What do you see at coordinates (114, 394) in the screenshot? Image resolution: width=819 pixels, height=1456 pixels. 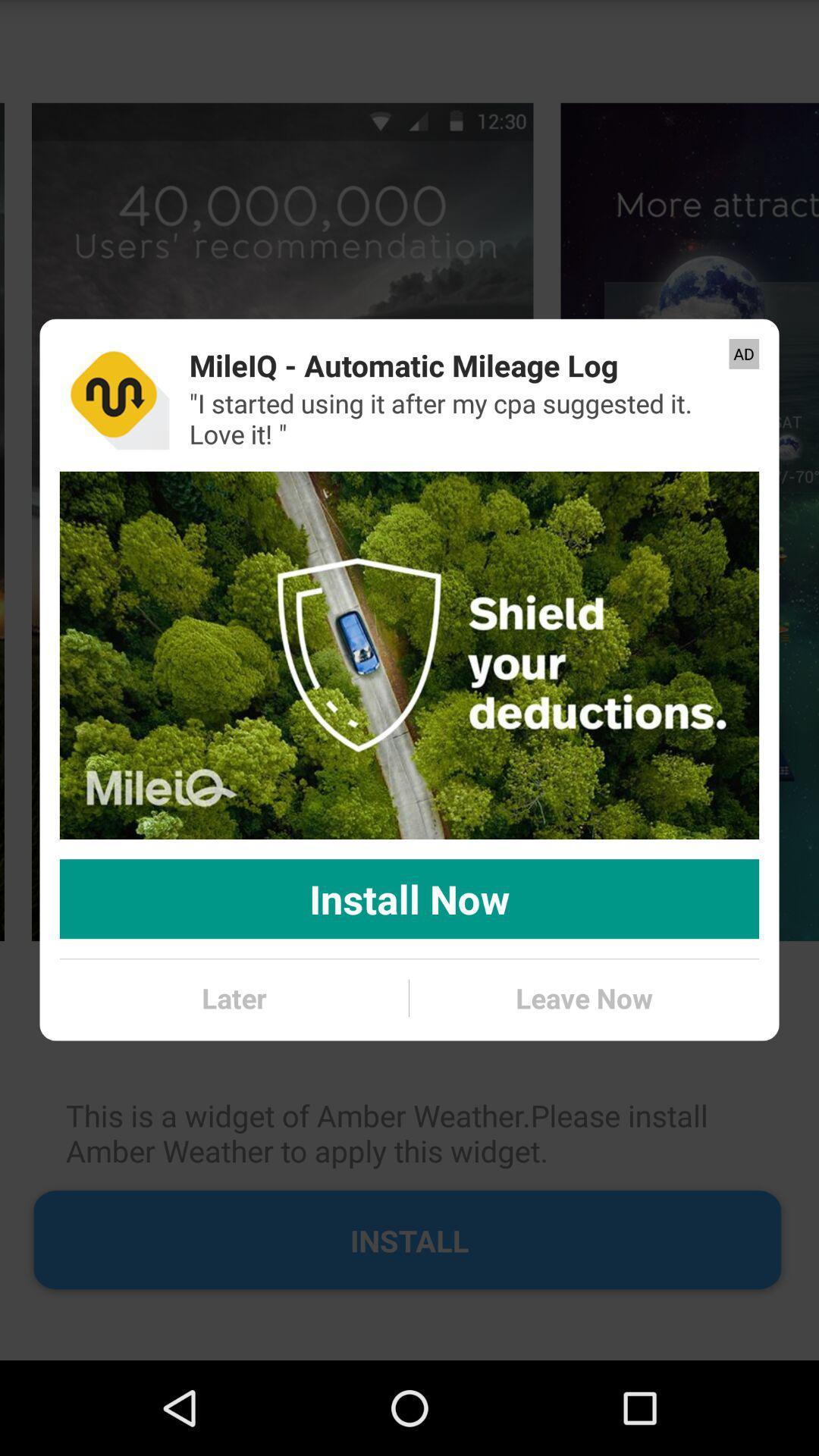 I see `item at the top left corner` at bounding box center [114, 394].